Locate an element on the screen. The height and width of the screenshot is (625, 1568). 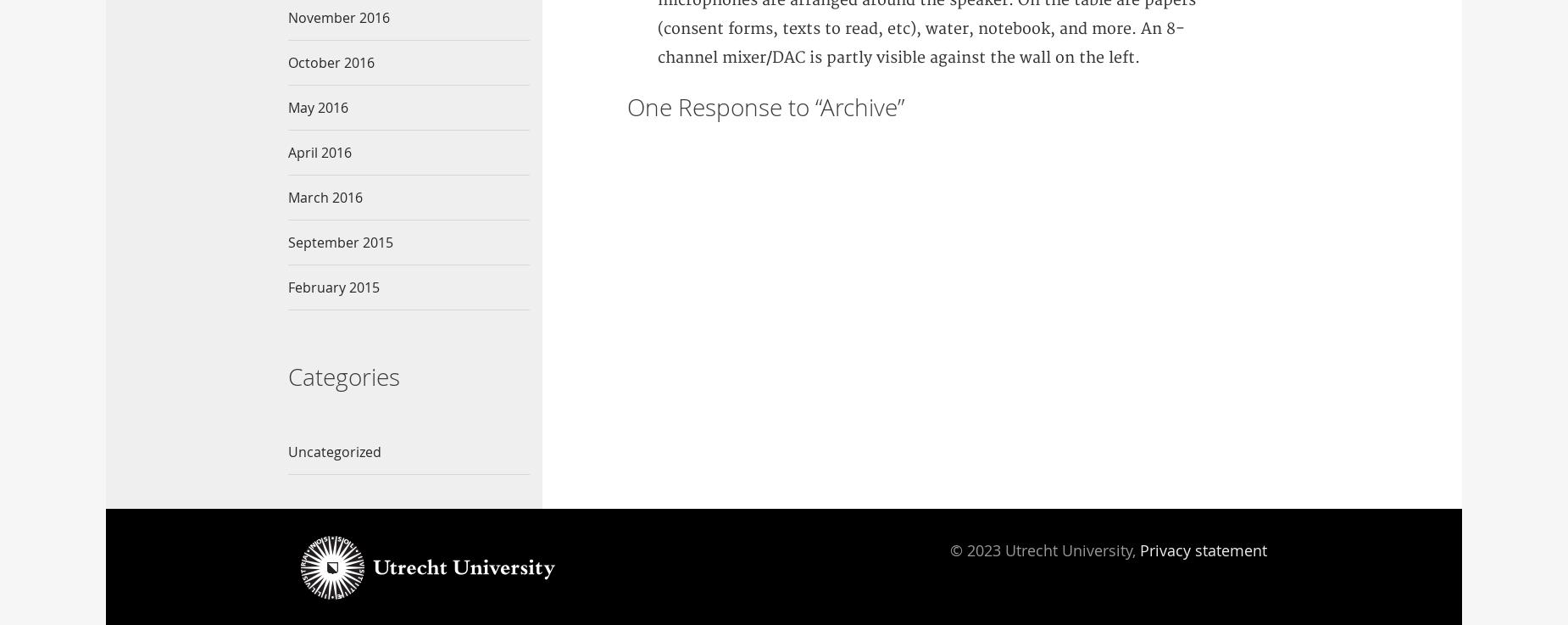
'Response to “Archive”' is located at coordinates (787, 107).